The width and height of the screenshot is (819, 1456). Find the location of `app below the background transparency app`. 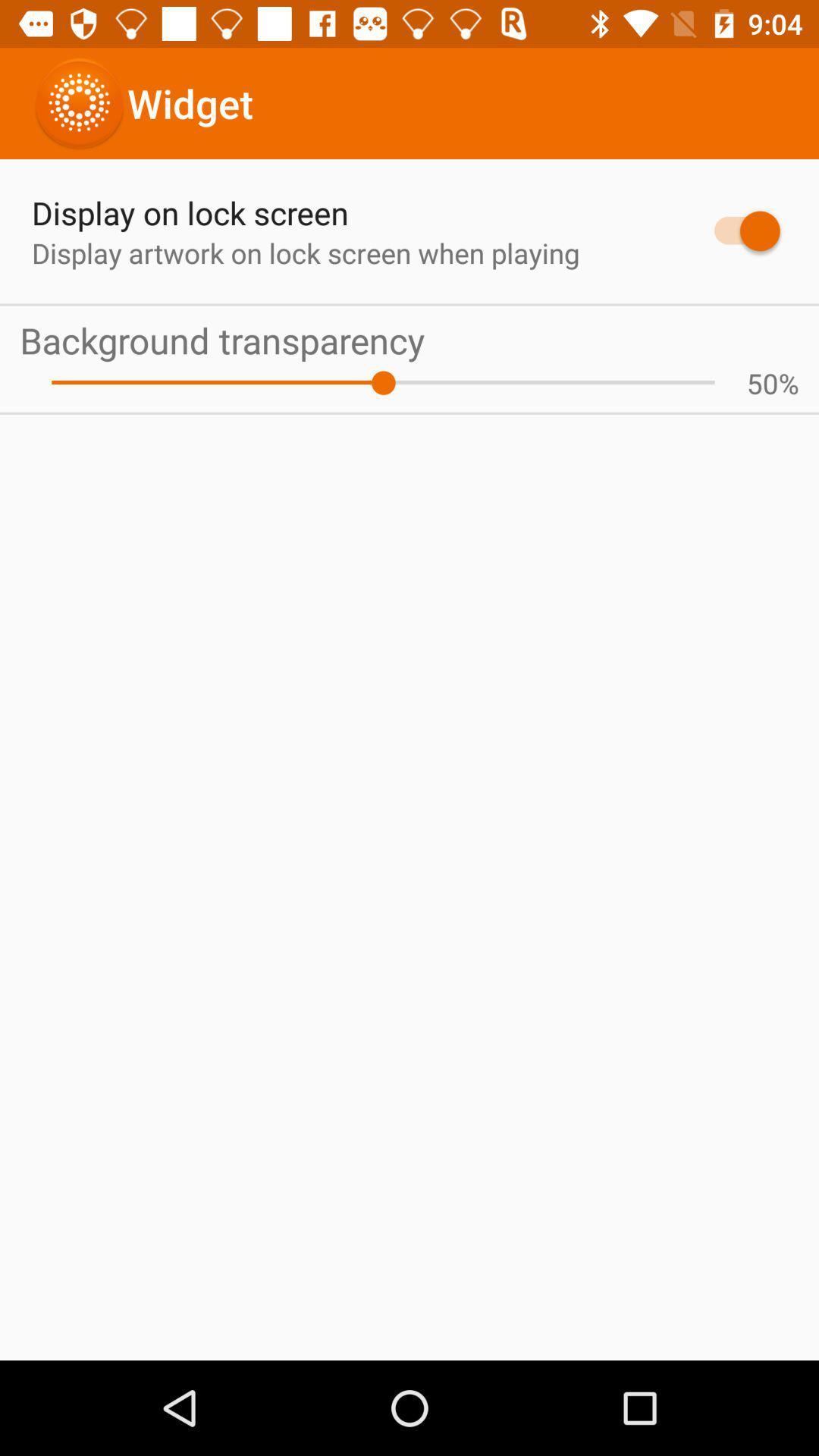

app below the background transparency app is located at coordinates (762, 383).